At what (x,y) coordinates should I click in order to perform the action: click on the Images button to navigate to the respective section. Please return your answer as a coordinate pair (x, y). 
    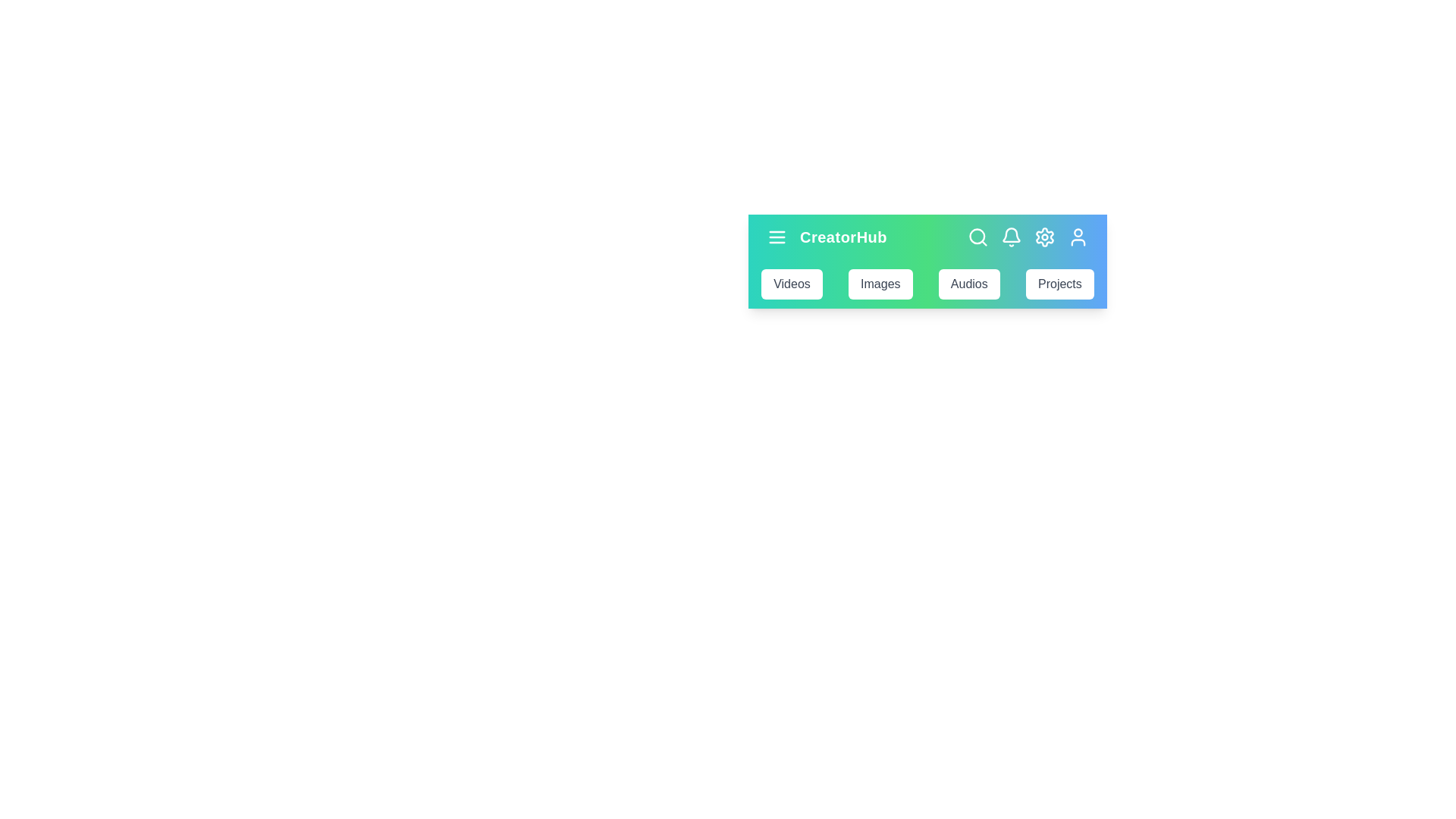
    Looking at the image, I should click on (880, 284).